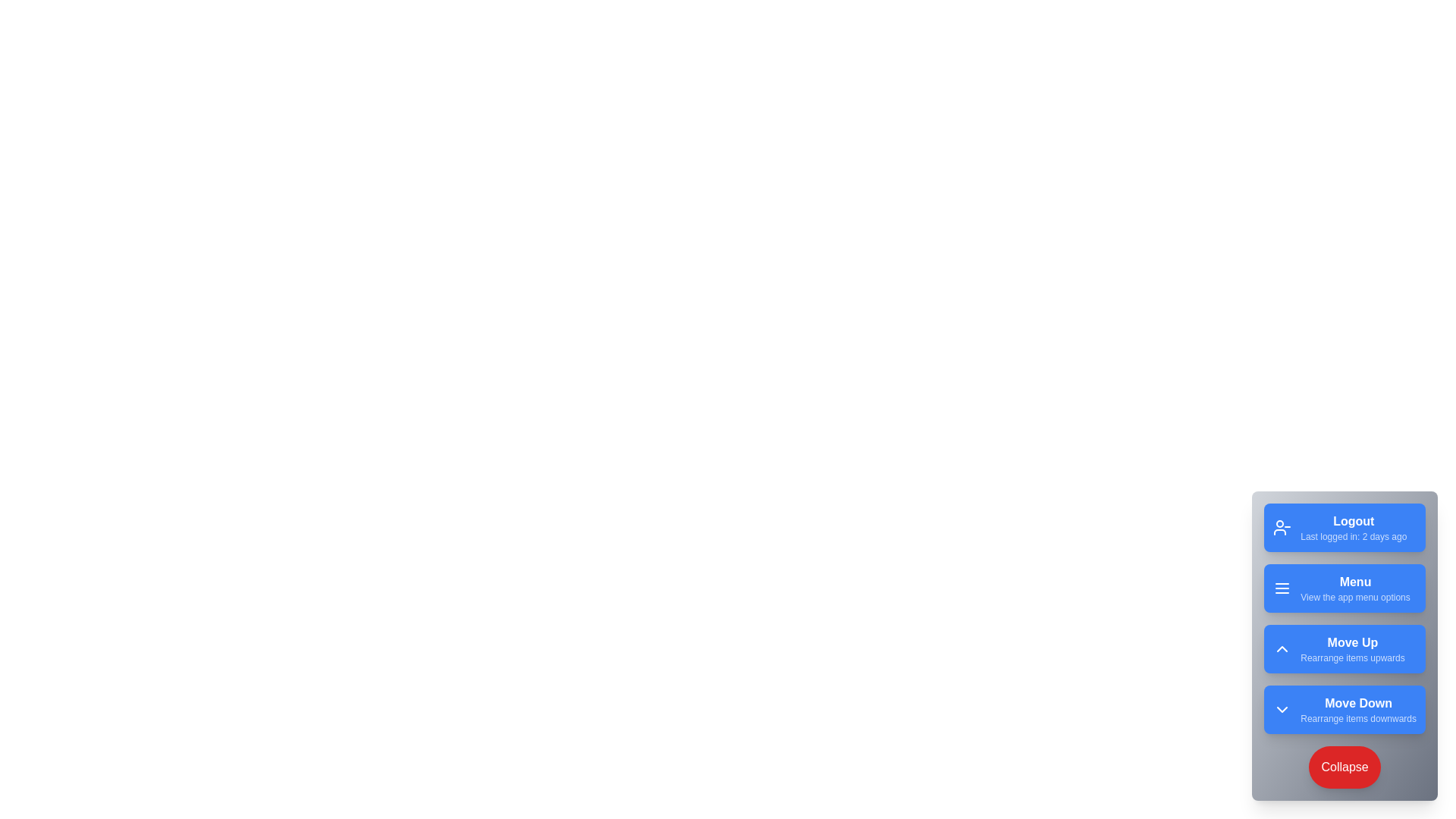 This screenshot has height=819, width=1456. Describe the element at coordinates (1352, 648) in the screenshot. I see `the button located in the sidebar menu, which is the third interactive component from the top` at that location.